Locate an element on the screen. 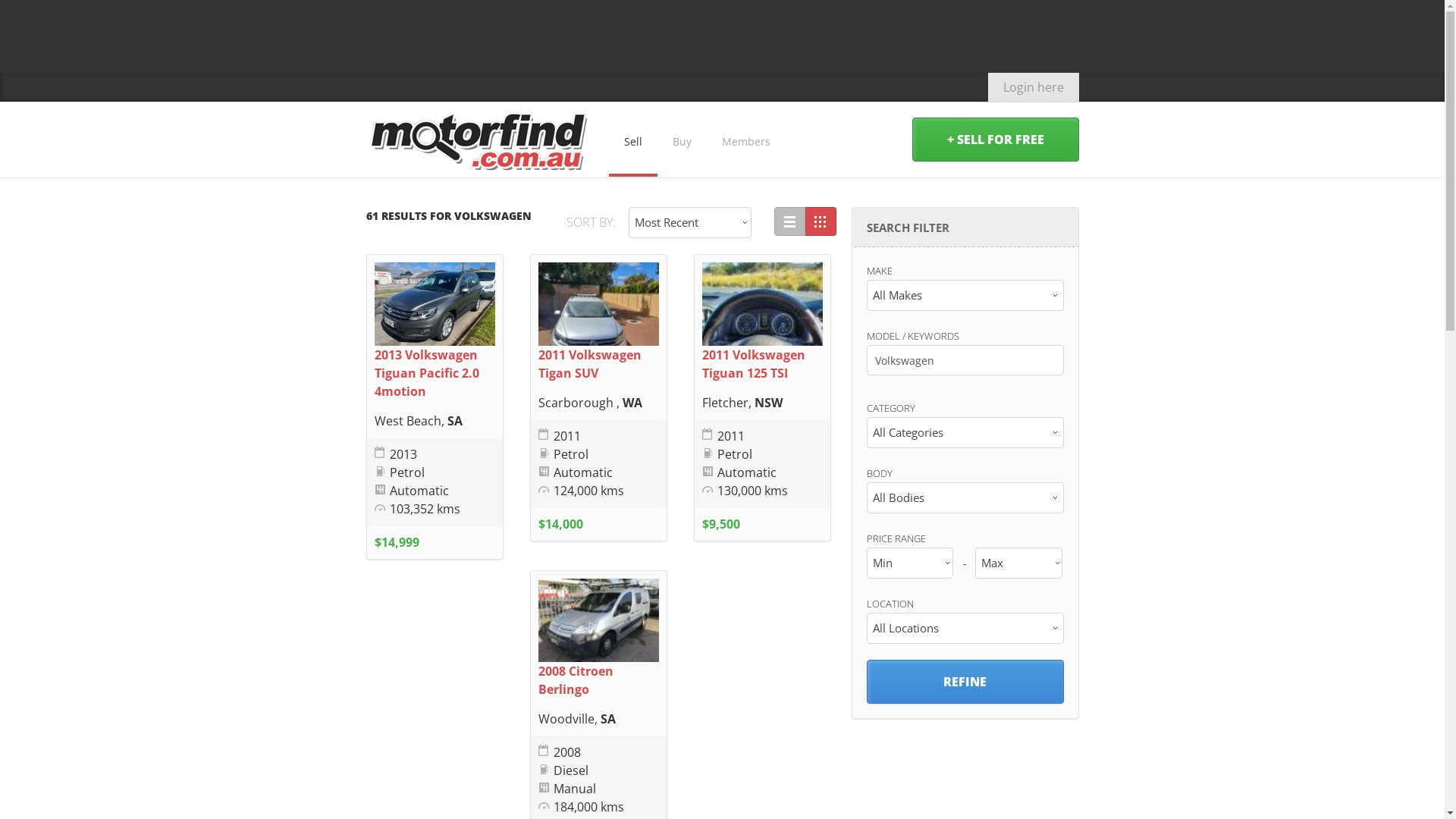 Image resolution: width=1456 pixels, height=819 pixels. 'REFINE' is located at coordinates (964, 680).